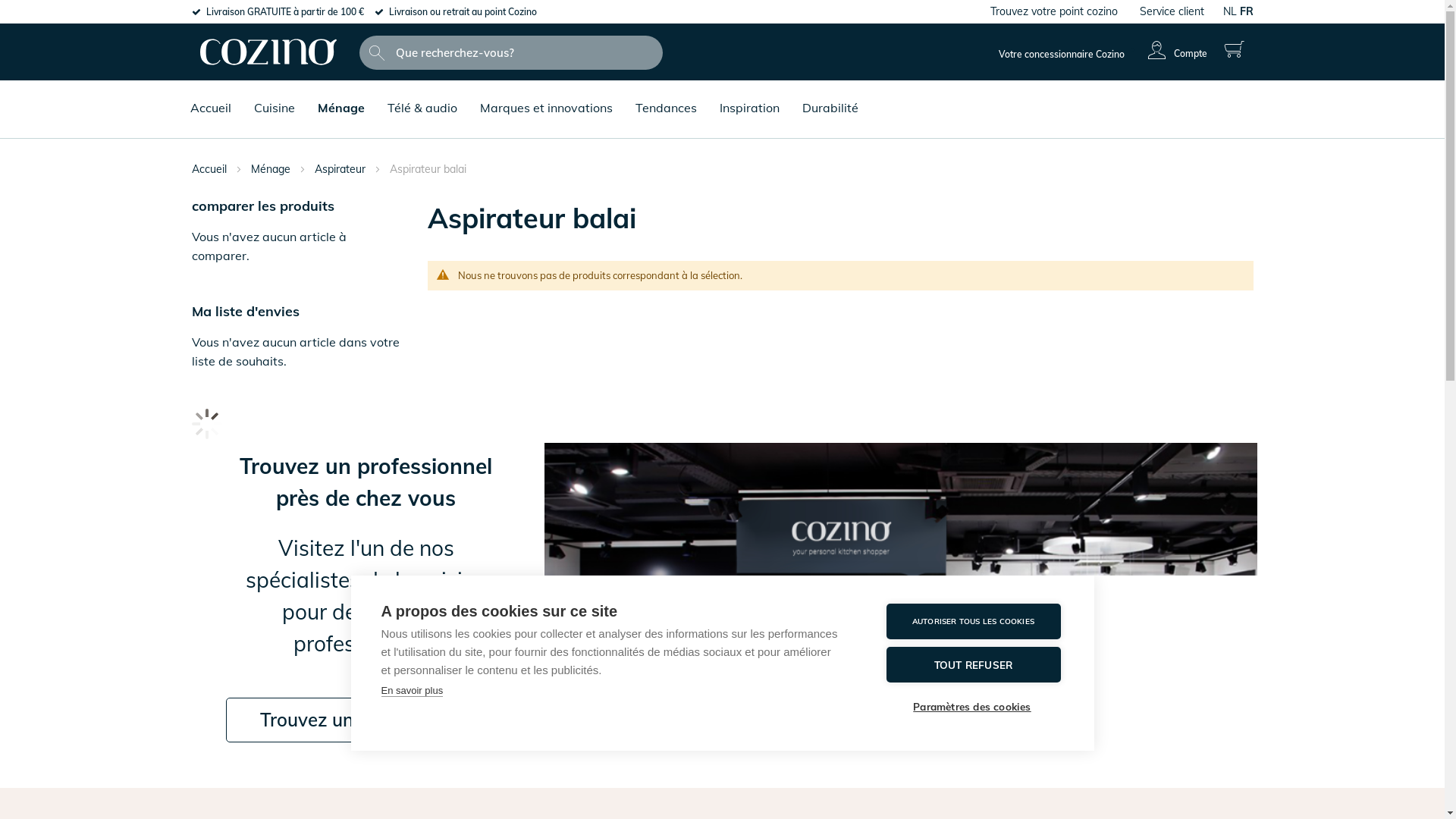 The image size is (1456, 819). I want to click on 'Accueil', so click(182, 97).